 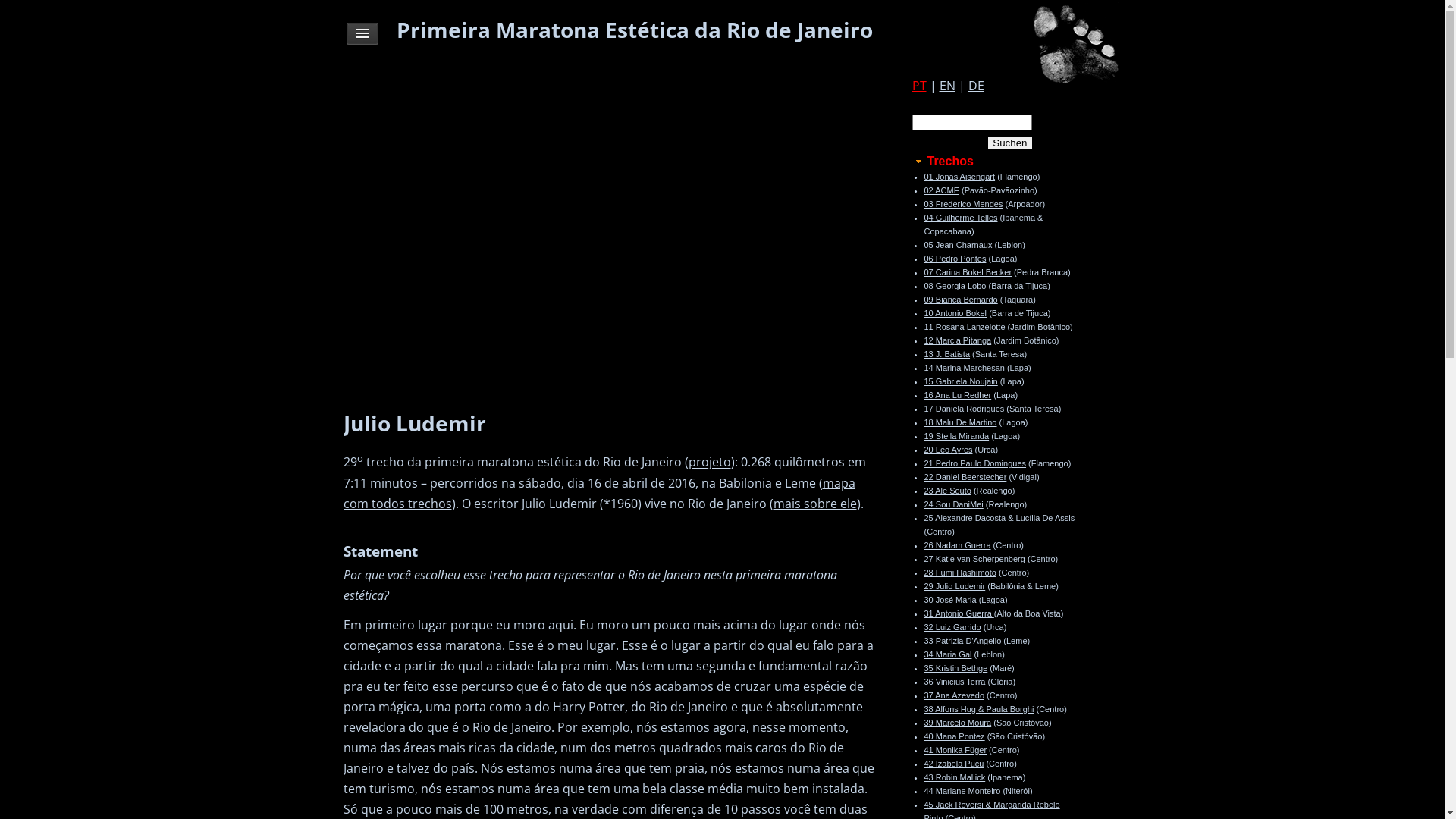 I want to click on '34 Maria Gal', so click(x=946, y=654).